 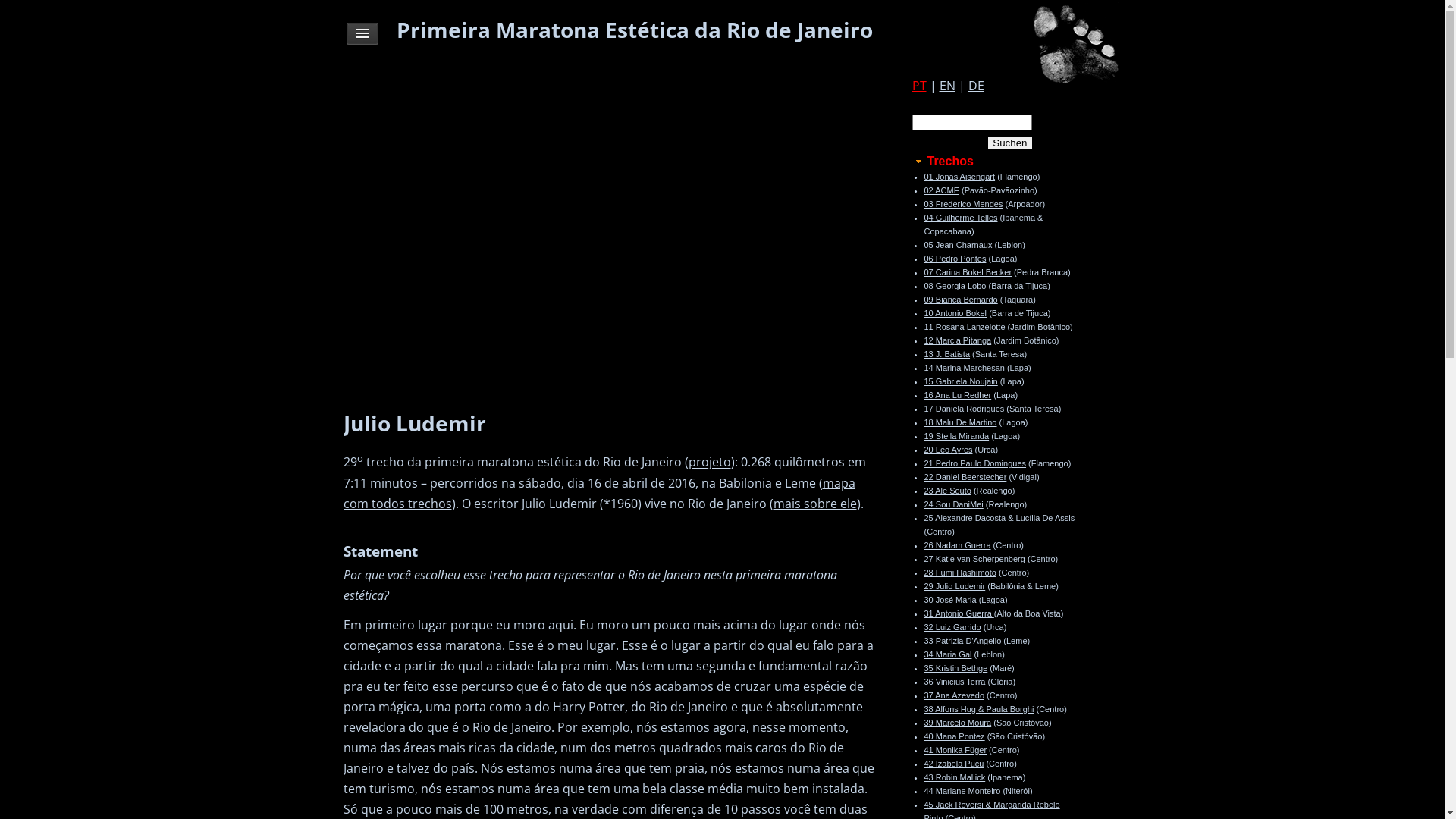 I want to click on '34 Maria Gal', so click(x=946, y=654).